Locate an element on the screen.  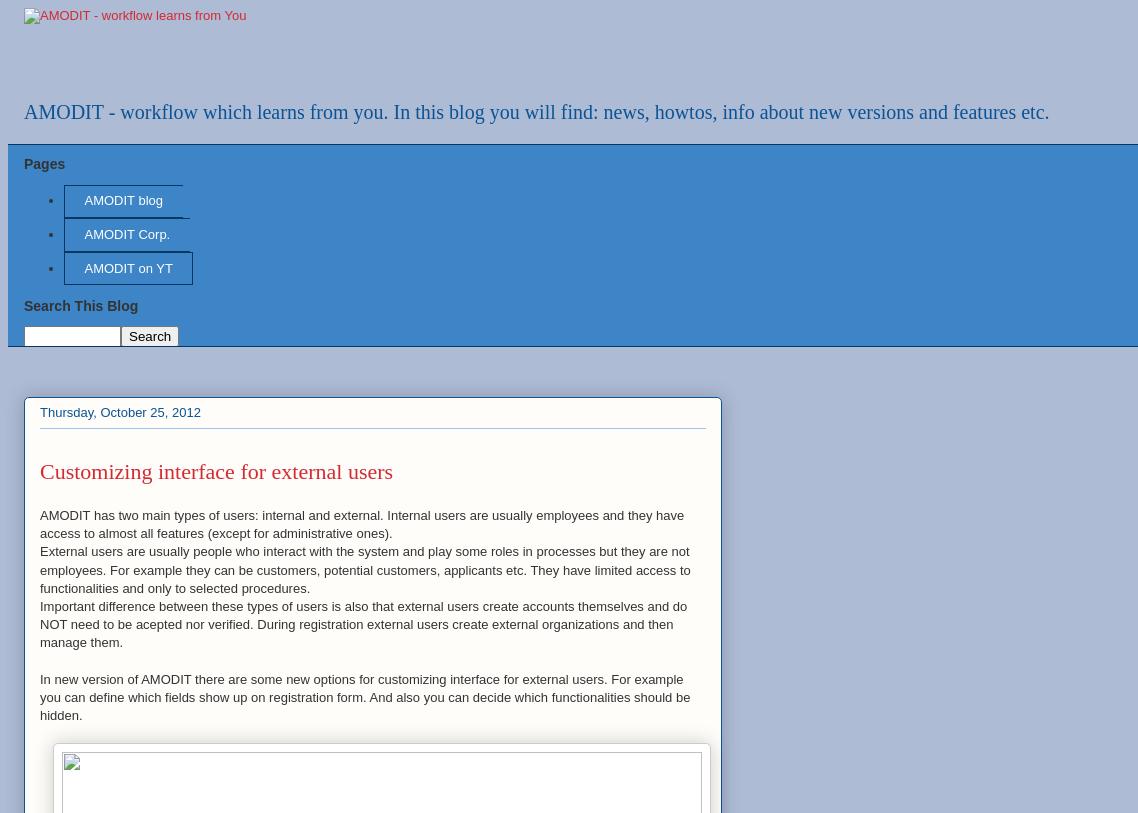
'AMODIT has two main types of users: internal and external. Internal users are usually employees and they have access to almost all features (except for administrative ones).' is located at coordinates (39, 524).